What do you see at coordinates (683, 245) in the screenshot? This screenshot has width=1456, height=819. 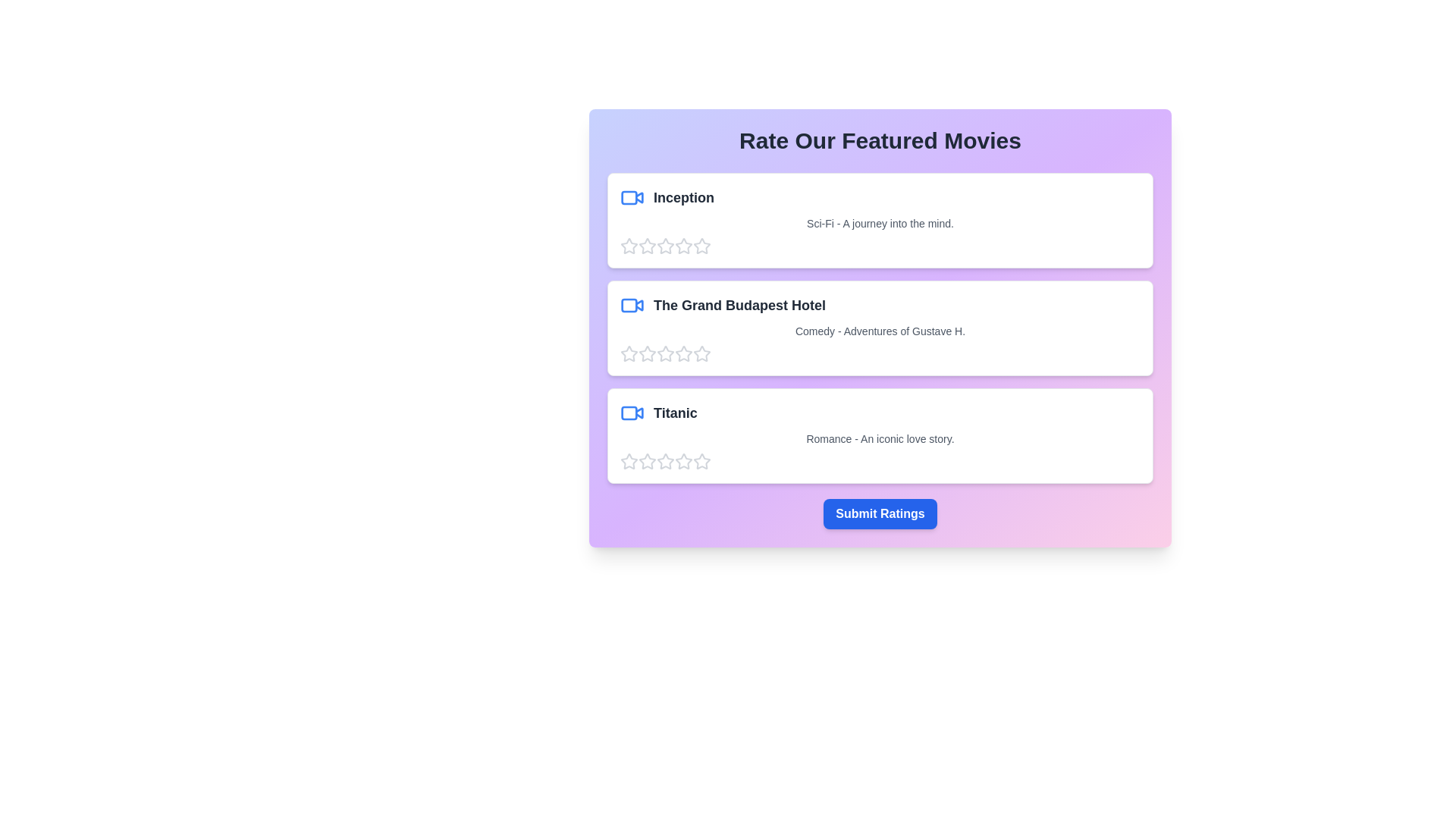 I see `the star corresponding to 4 stars to preview the rating` at bounding box center [683, 245].